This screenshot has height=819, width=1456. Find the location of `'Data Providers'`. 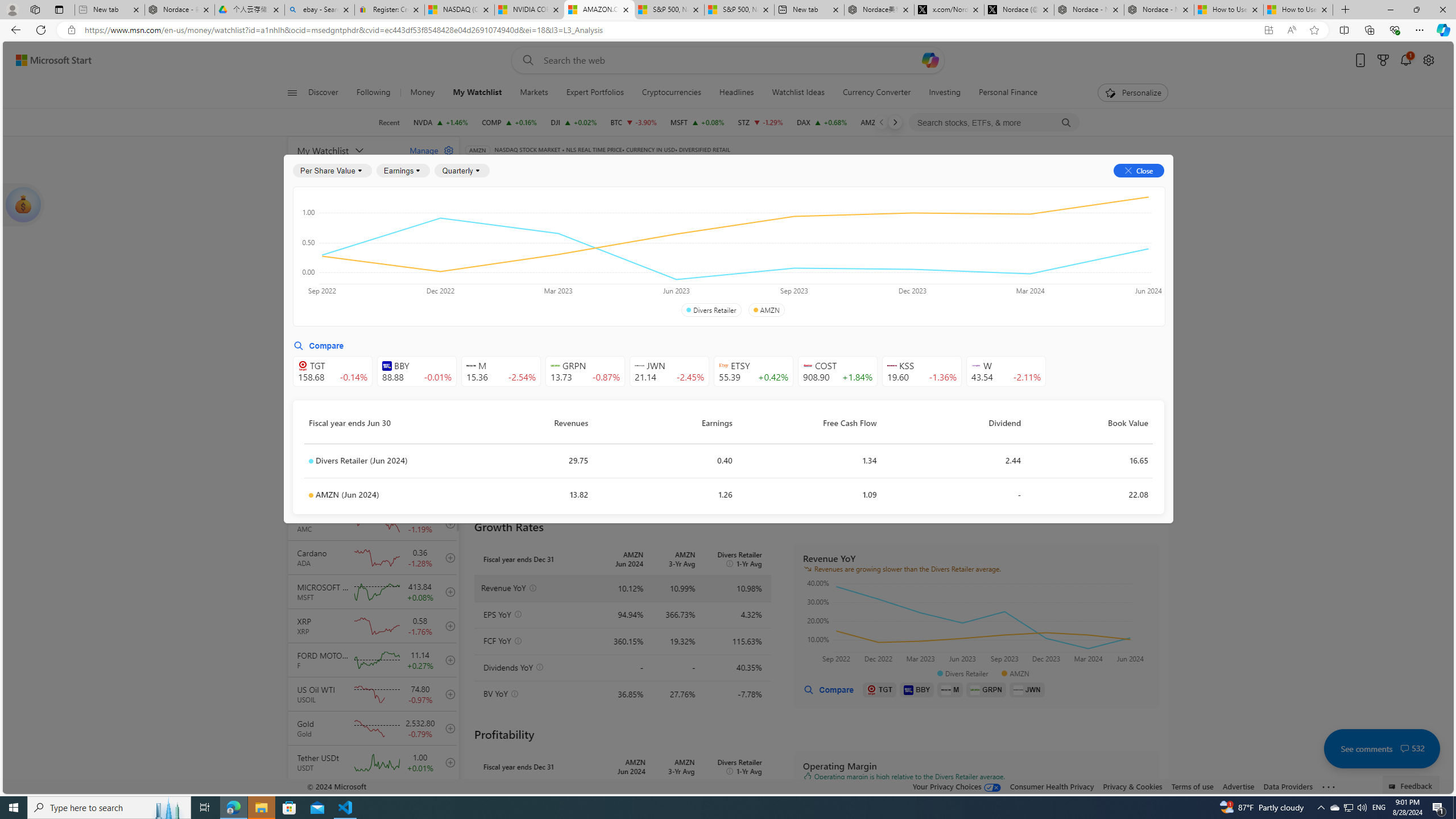

'Data Providers' is located at coordinates (1288, 786).